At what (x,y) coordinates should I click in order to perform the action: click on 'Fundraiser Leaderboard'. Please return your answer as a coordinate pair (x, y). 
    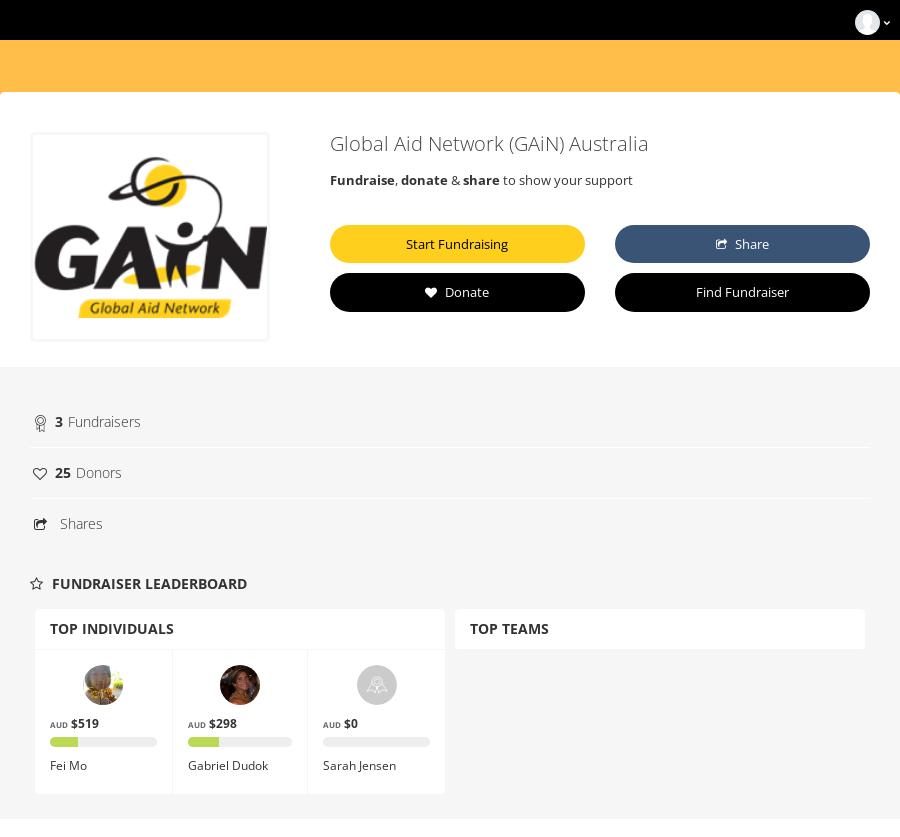
    Looking at the image, I should click on (147, 583).